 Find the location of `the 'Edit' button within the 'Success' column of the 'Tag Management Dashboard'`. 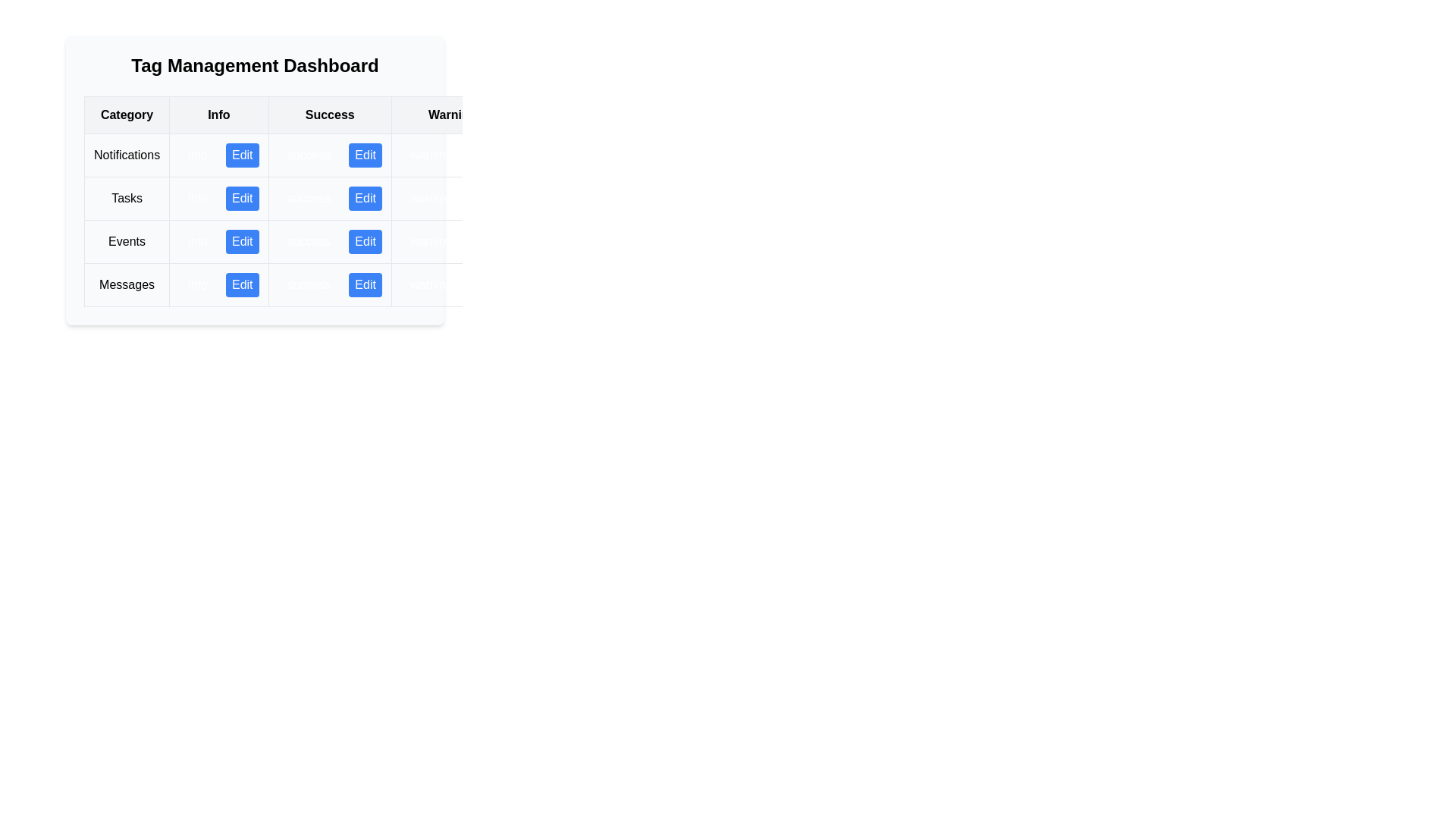

the 'Edit' button within the 'Success' column of the 'Tag Management Dashboard' is located at coordinates (329, 284).